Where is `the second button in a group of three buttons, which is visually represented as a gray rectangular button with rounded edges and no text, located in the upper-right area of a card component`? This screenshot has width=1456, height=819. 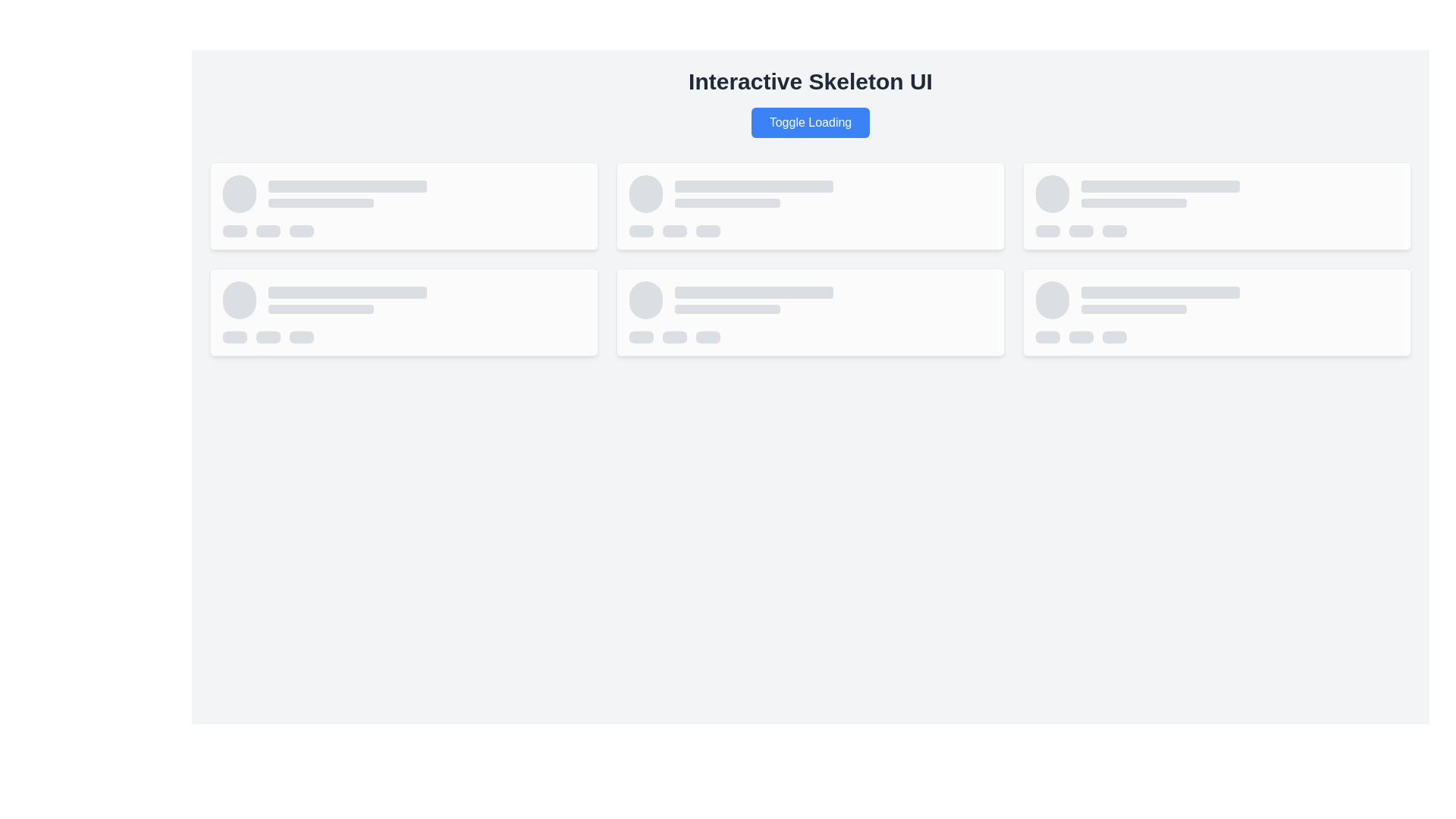 the second button in a group of three buttons, which is visually represented as a gray rectangular button with rounded edges and no text, located in the upper-right area of a card component is located at coordinates (1080, 231).